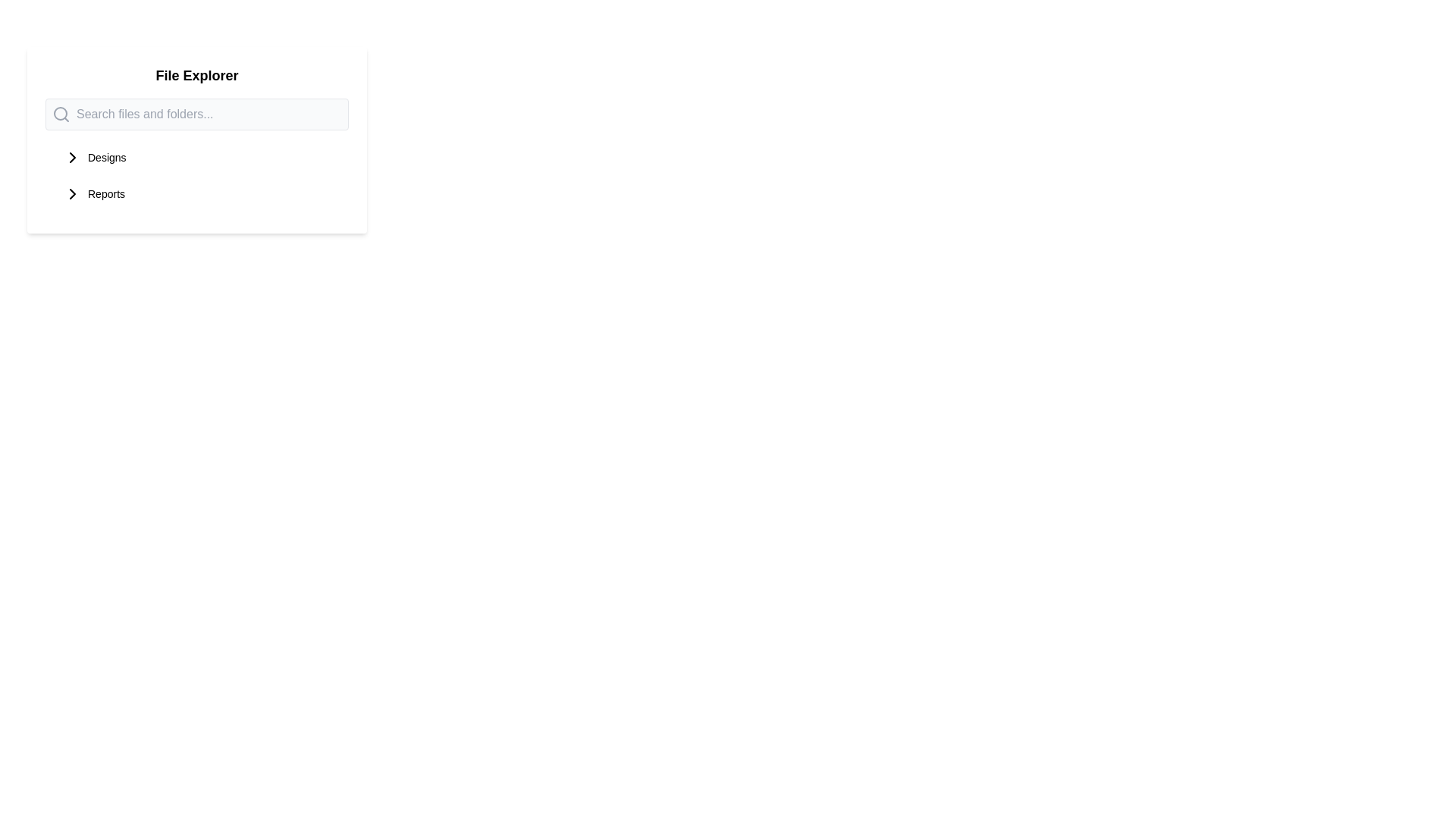 This screenshot has height=819, width=1456. What do you see at coordinates (72, 158) in the screenshot?
I see `the navigational icon next to the 'Designs' label, which indicates expandable options related to the 'Designs' section` at bounding box center [72, 158].